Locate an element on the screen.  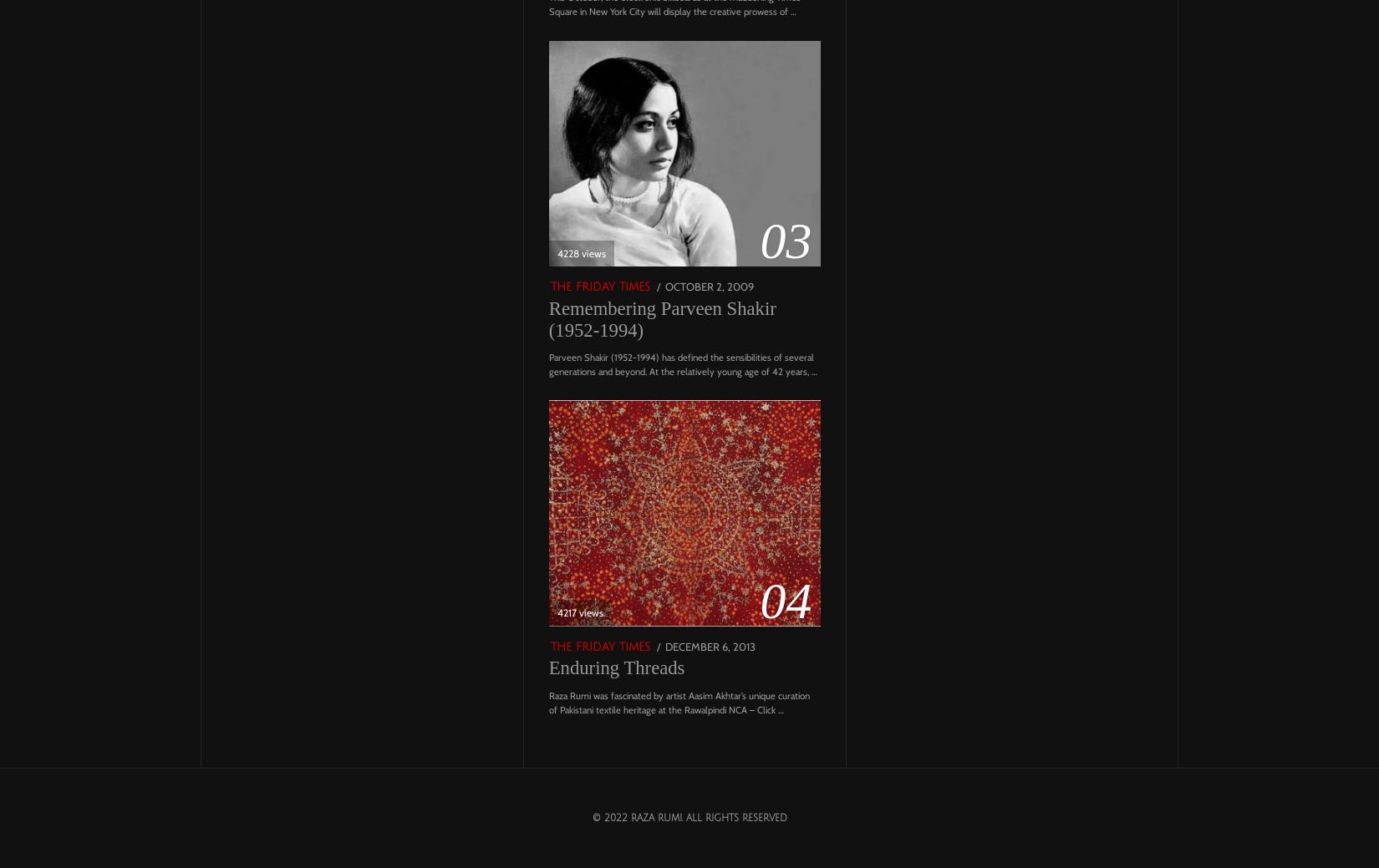
'© 2022 Raza Rumi. All Rights Reserved' is located at coordinates (688, 817).